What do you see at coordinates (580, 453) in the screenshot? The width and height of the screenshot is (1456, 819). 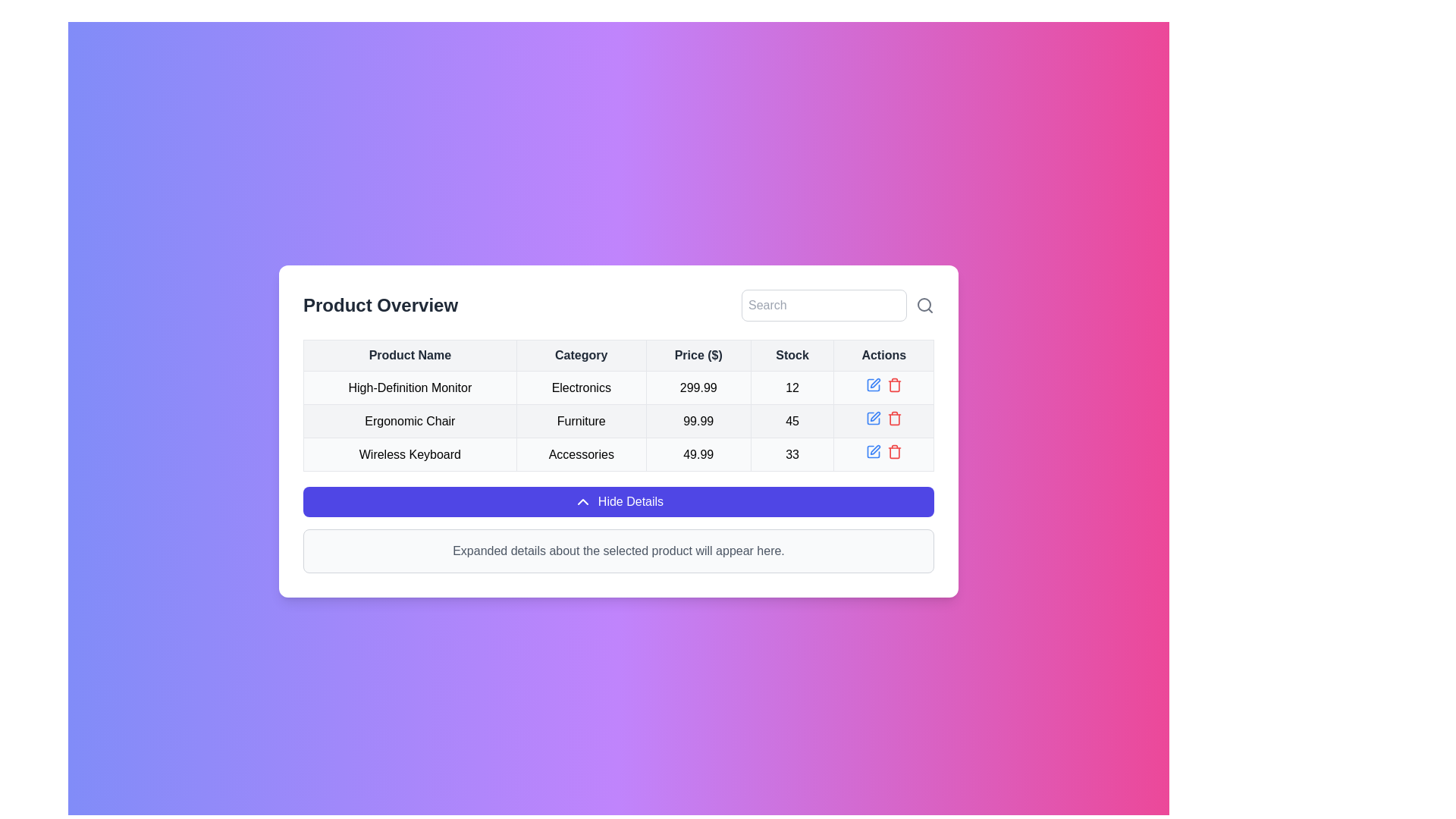 I see `the 'Category' text cell in the table that describes the 'Wireless Keyboard' item` at bounding box center [580, 453].